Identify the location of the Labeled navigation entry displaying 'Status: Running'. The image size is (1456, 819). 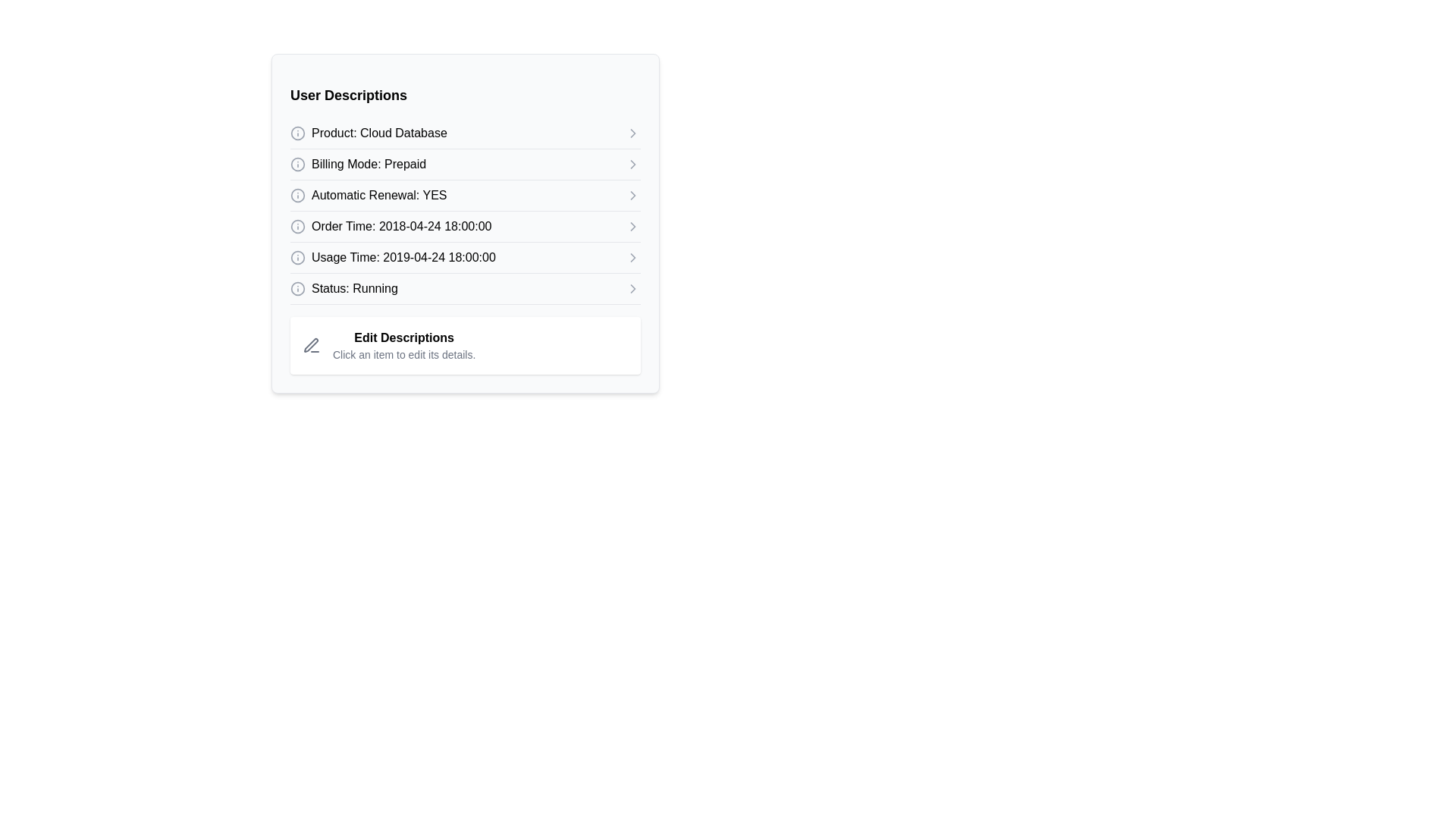
(465, 289).